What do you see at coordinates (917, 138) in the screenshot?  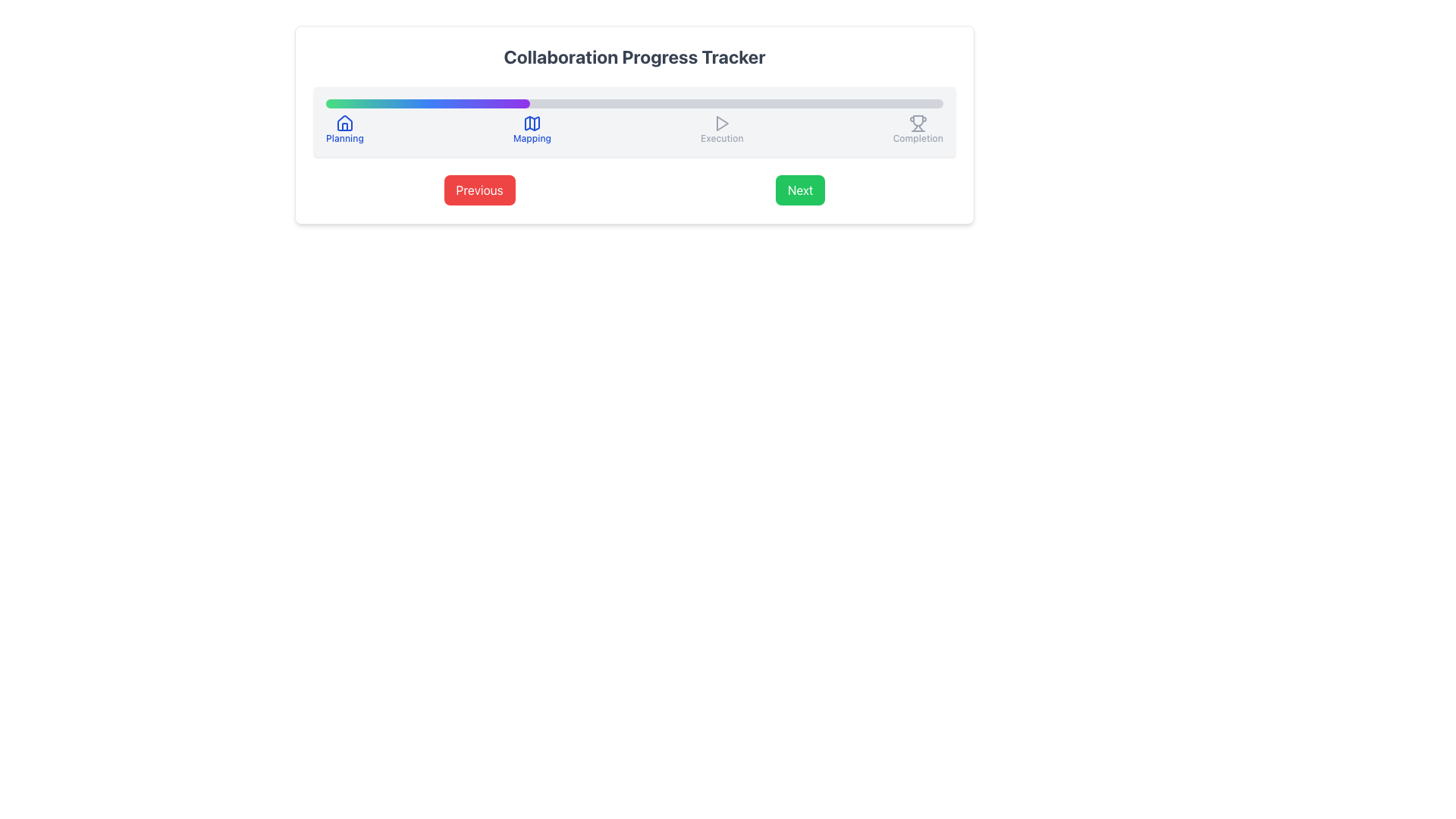 I see `the text label indicating the final stage of the 'Collaboration Progress Tracker', located on the far right below the trophy icon` at bounding box center [917, 138].